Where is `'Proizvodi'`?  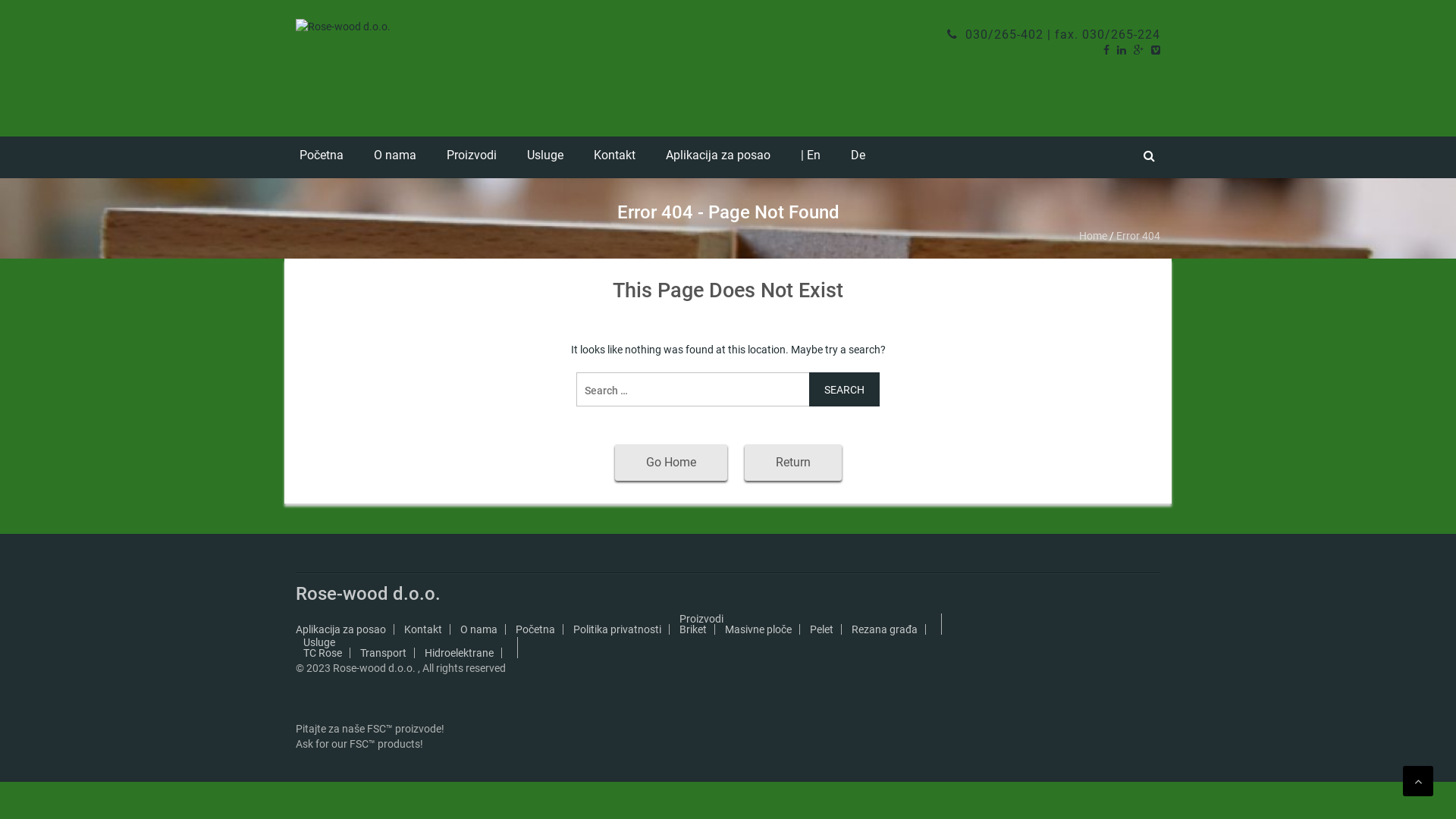 'Proizvodi' is located at coordinates (701, 619).